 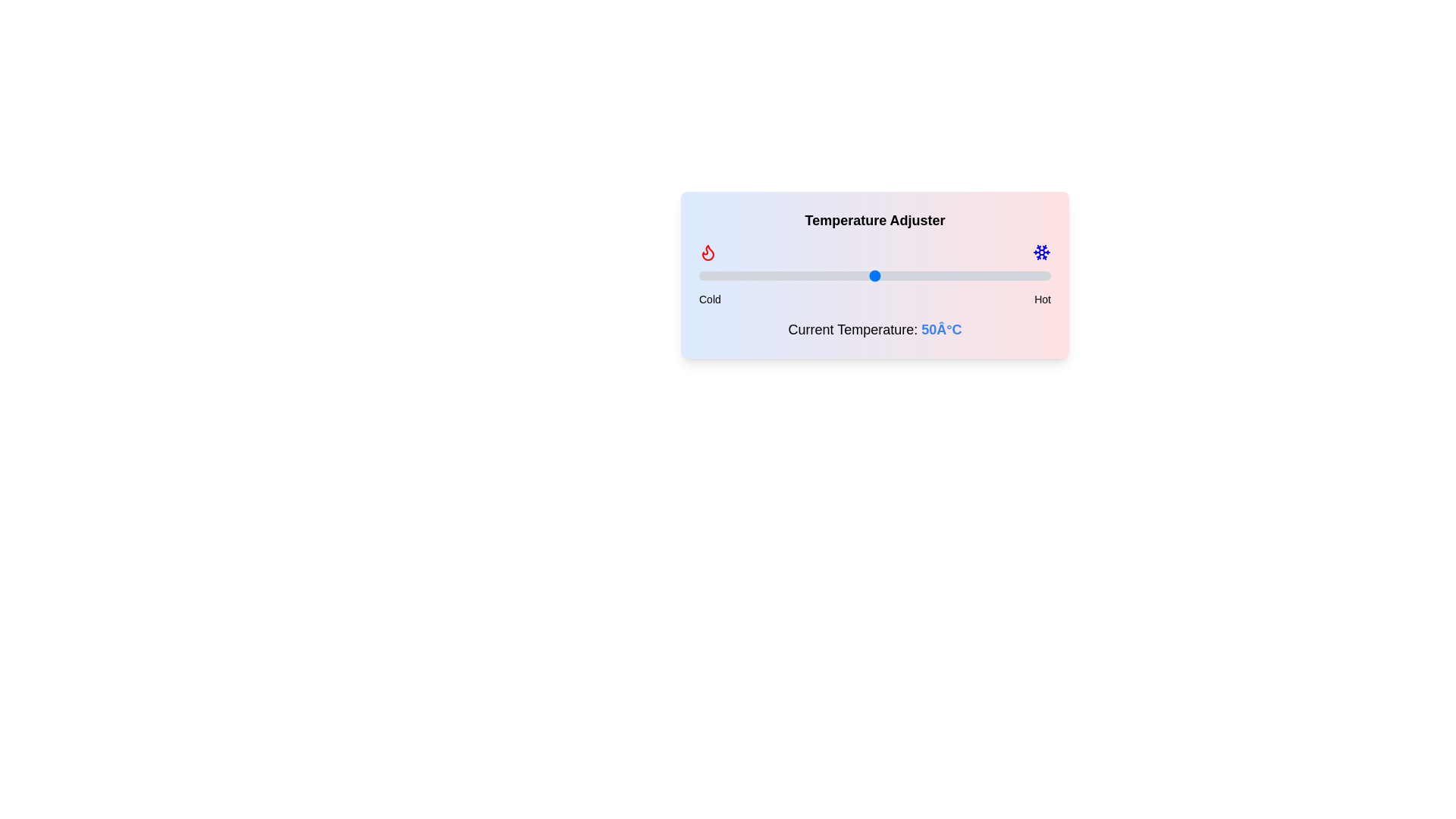 I want to click on the temperature slider to 9°C, so click(x=730, y=275).